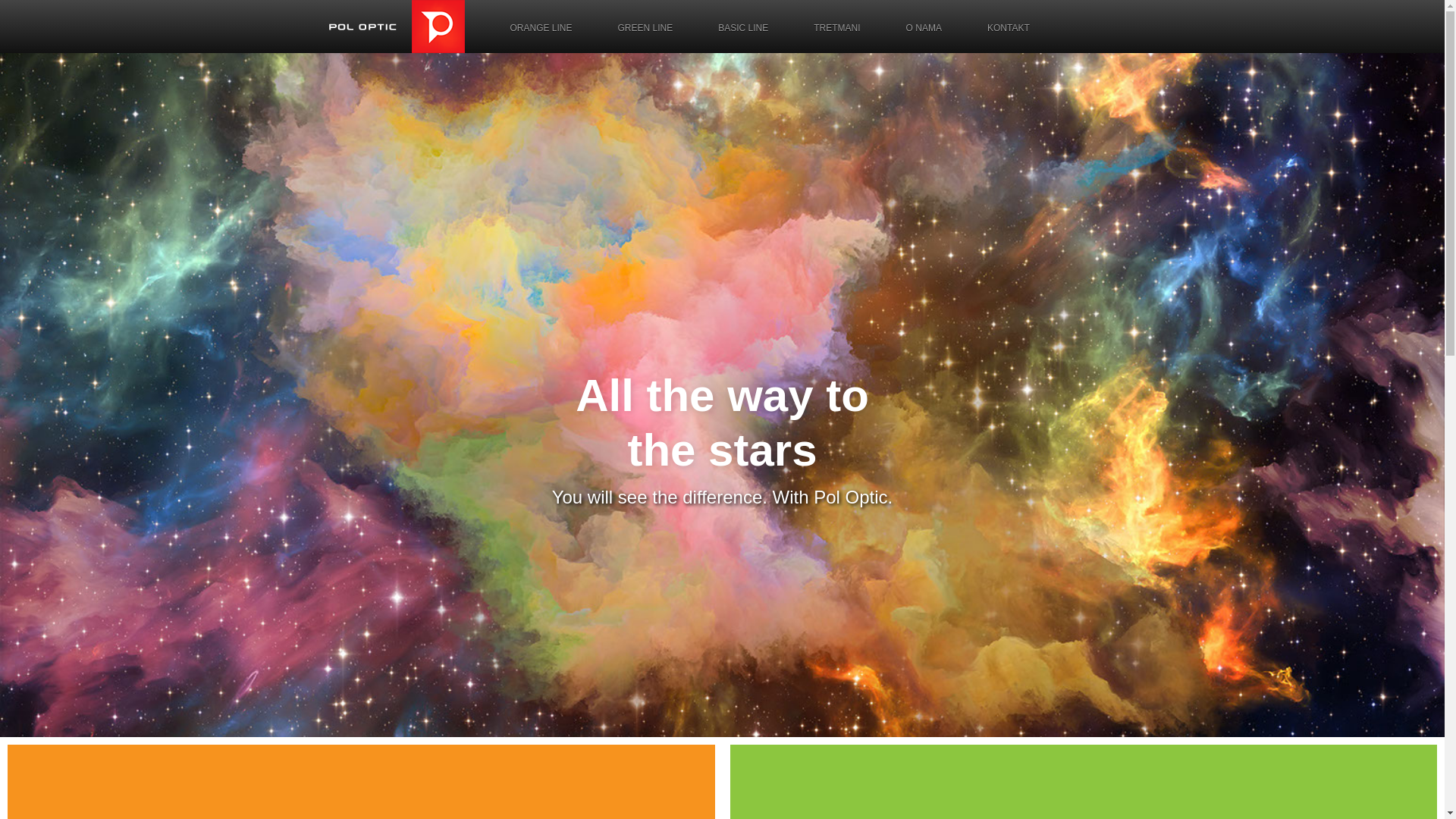 This screenshot has width=1456, height=819. Describe the element at coordinates (964, 28) in the screenshot. I see `'KONTAKT'` at that location.